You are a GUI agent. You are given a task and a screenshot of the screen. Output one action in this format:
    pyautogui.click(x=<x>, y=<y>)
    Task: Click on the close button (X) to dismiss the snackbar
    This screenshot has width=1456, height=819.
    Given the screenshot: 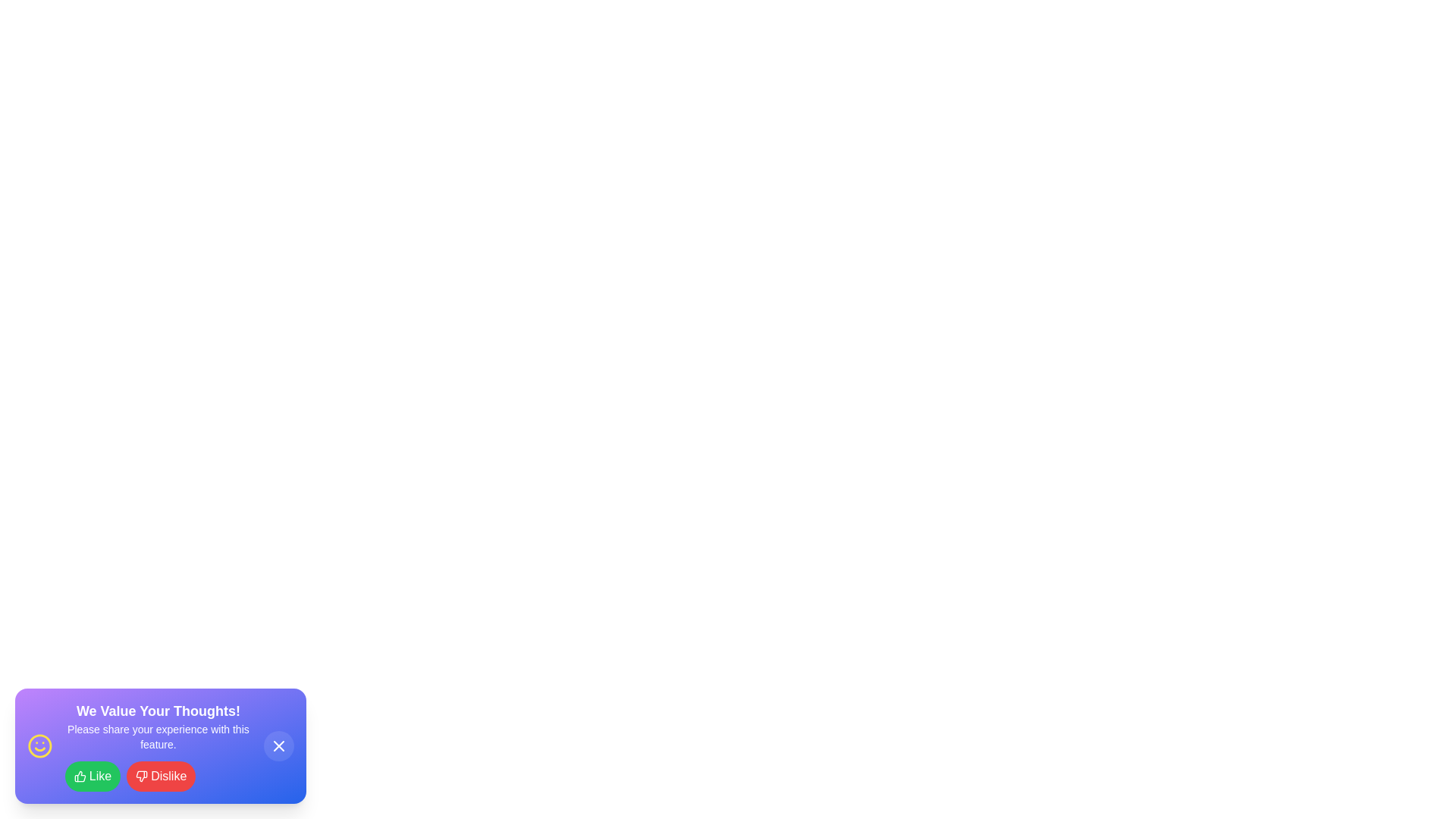 What is the action you would take?
    pyautogui.click(x=279, y=745)
    